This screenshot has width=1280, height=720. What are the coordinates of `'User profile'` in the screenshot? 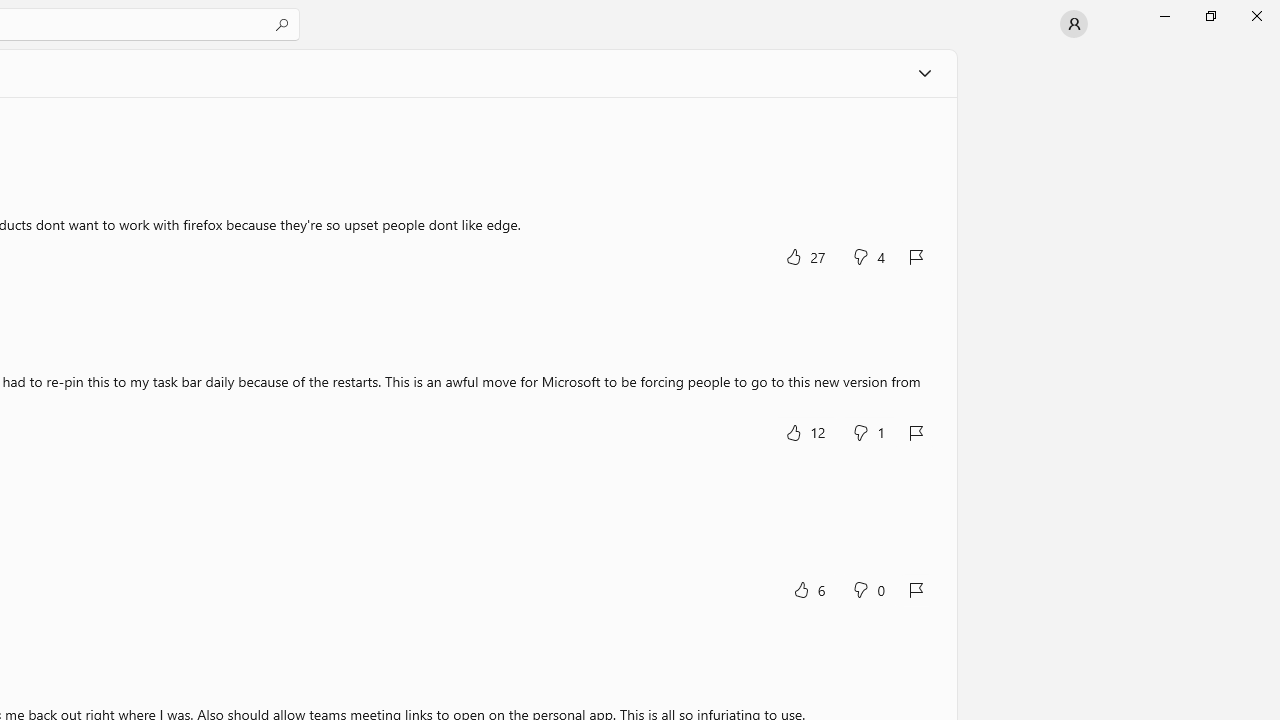 It's located at (1072, 24).